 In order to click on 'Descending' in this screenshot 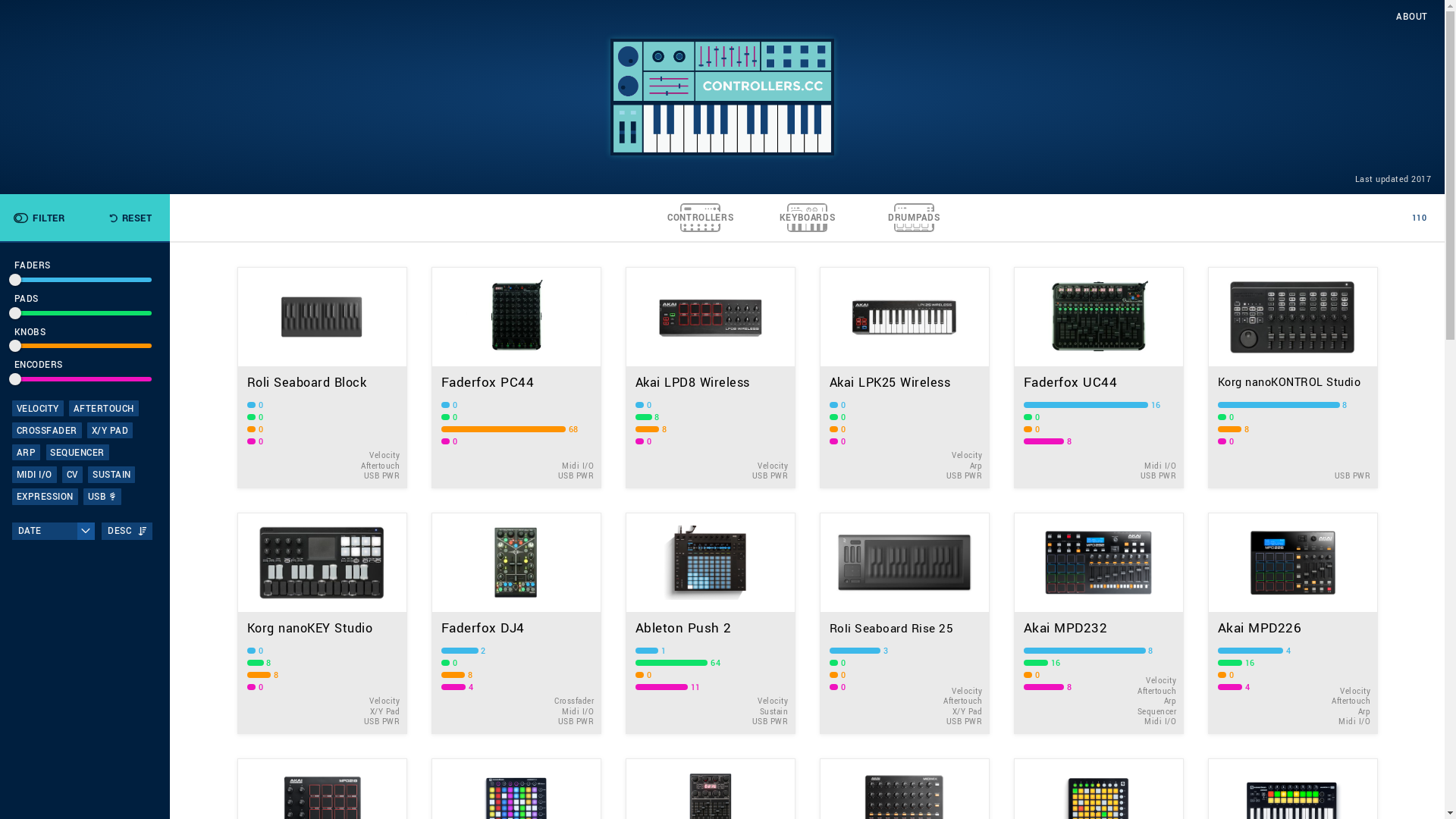, I will do `click(138, 530)`.